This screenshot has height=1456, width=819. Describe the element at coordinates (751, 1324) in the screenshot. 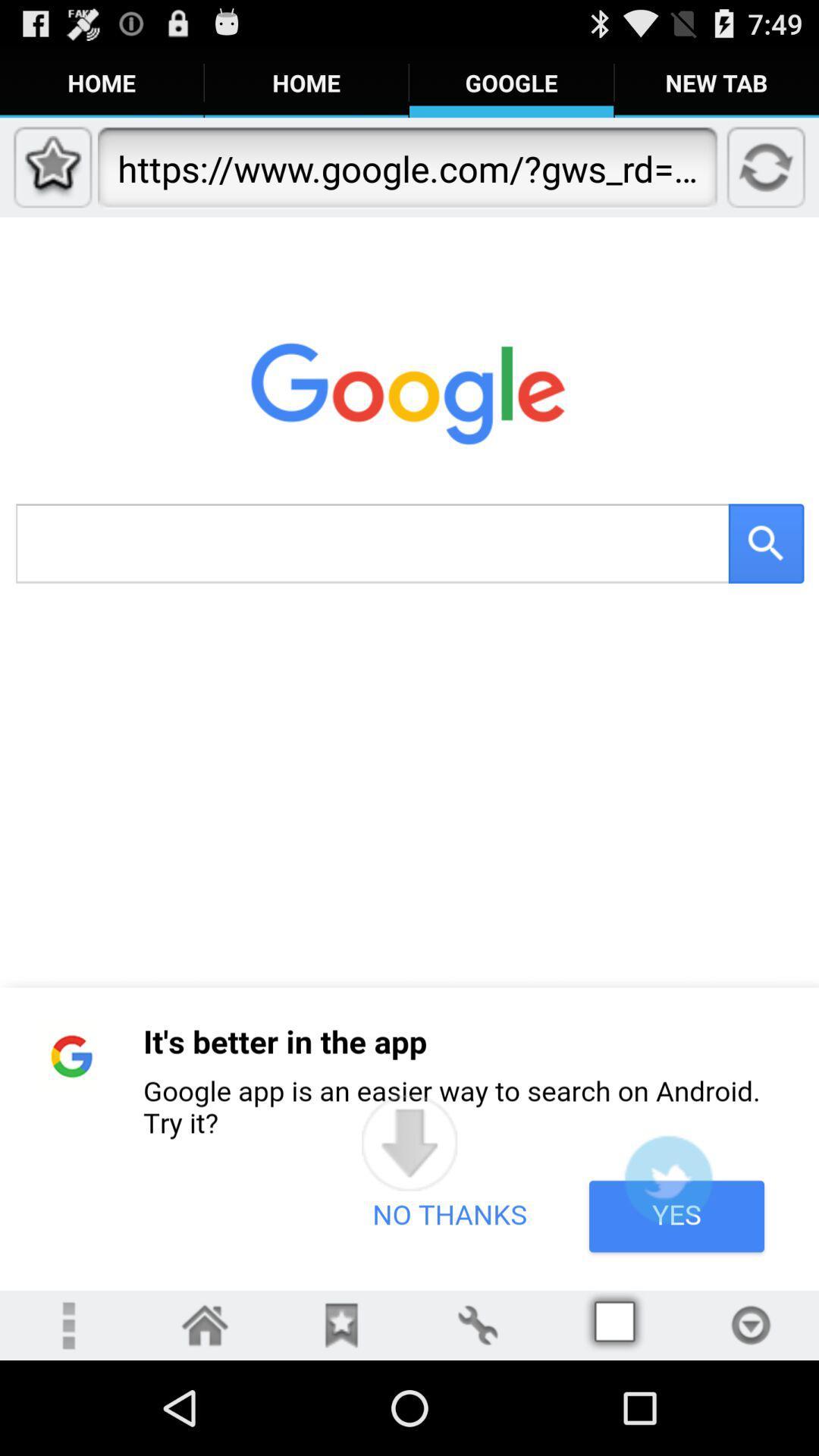

I see `stop button` at that location.